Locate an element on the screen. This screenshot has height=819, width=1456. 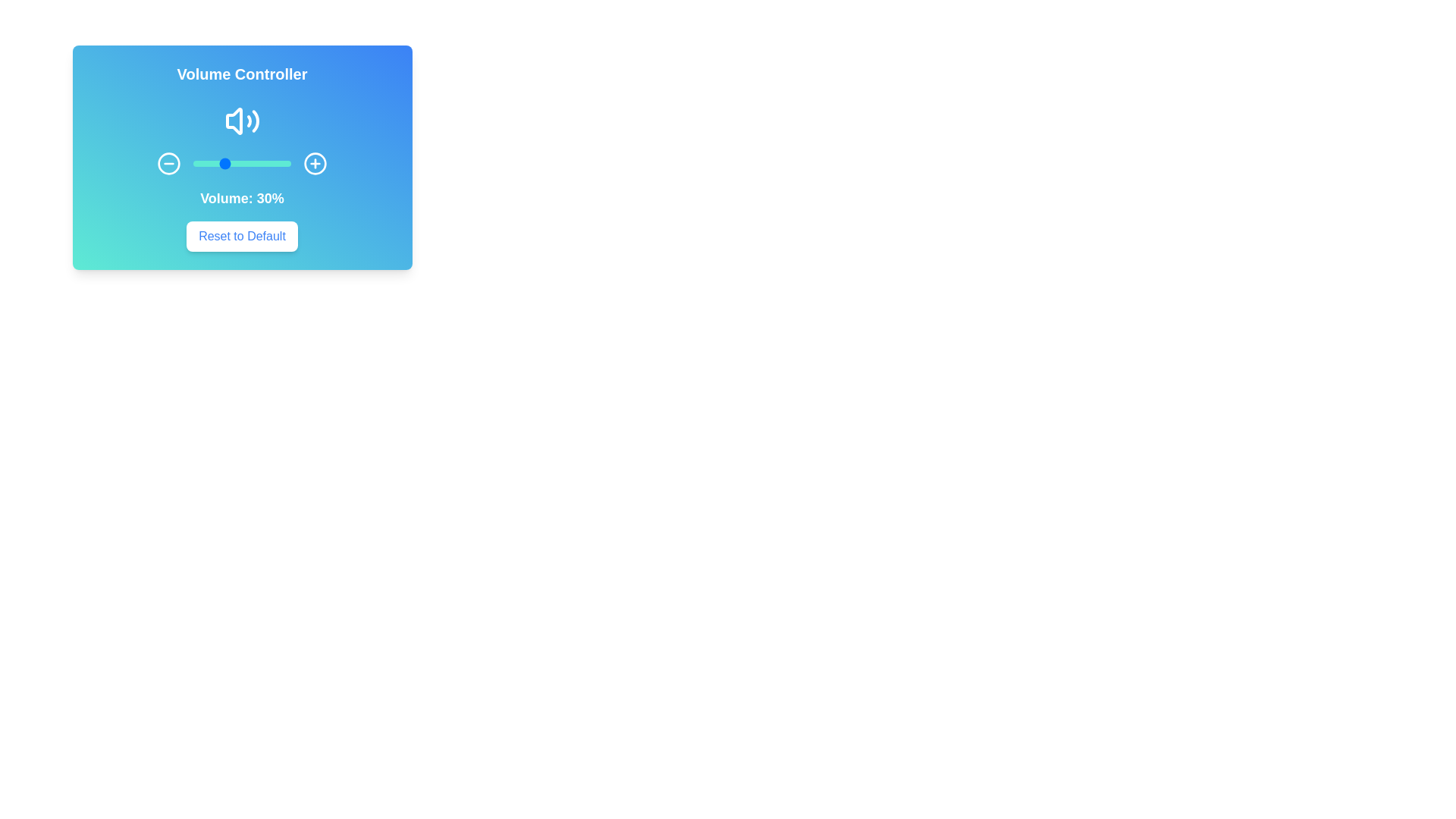
the volume slider to 94% is located at coordinates (285, 164).